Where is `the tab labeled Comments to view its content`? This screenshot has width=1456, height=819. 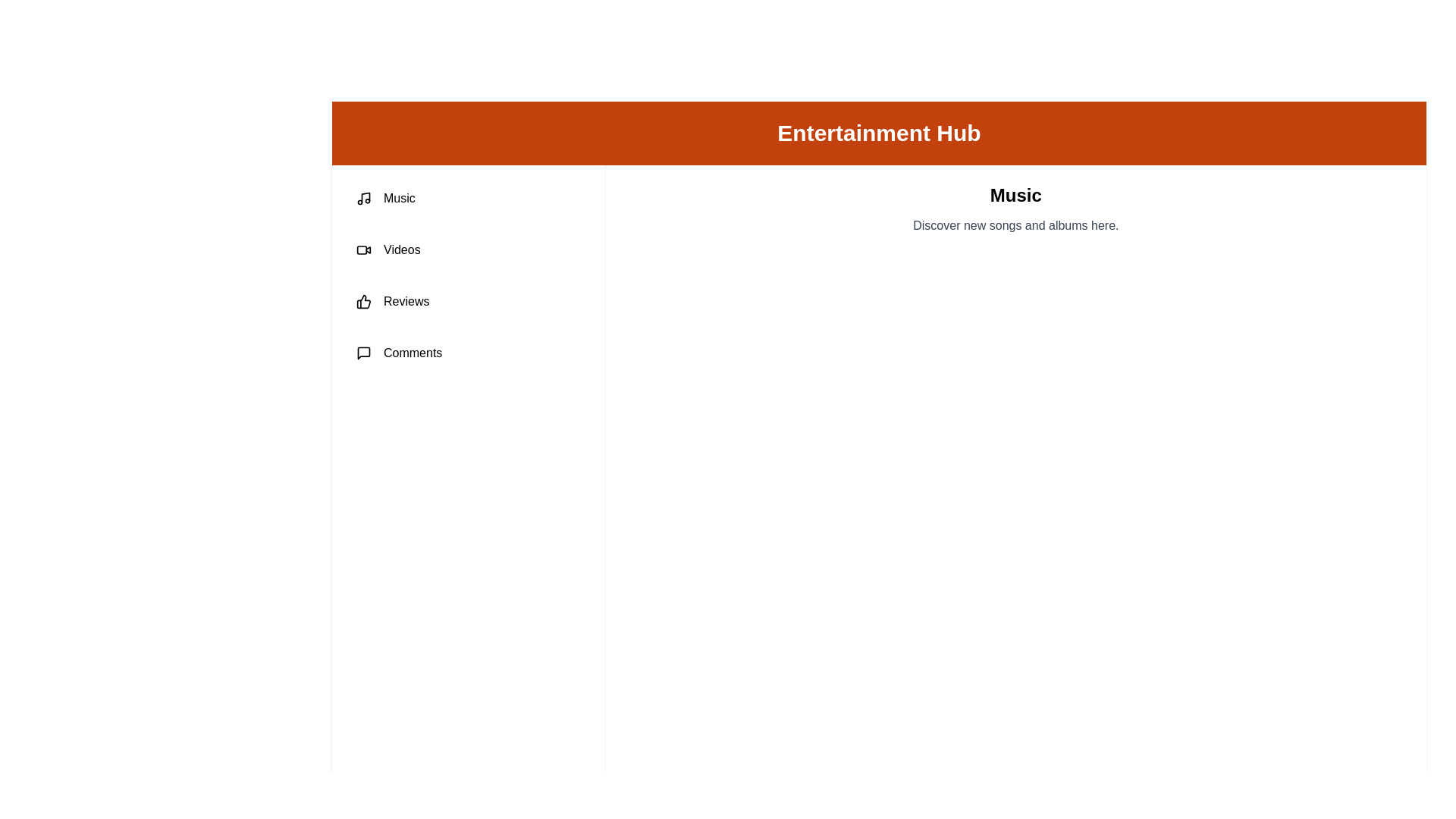 the tab labeled Comments to view its content is located at coordinates (468, 353).